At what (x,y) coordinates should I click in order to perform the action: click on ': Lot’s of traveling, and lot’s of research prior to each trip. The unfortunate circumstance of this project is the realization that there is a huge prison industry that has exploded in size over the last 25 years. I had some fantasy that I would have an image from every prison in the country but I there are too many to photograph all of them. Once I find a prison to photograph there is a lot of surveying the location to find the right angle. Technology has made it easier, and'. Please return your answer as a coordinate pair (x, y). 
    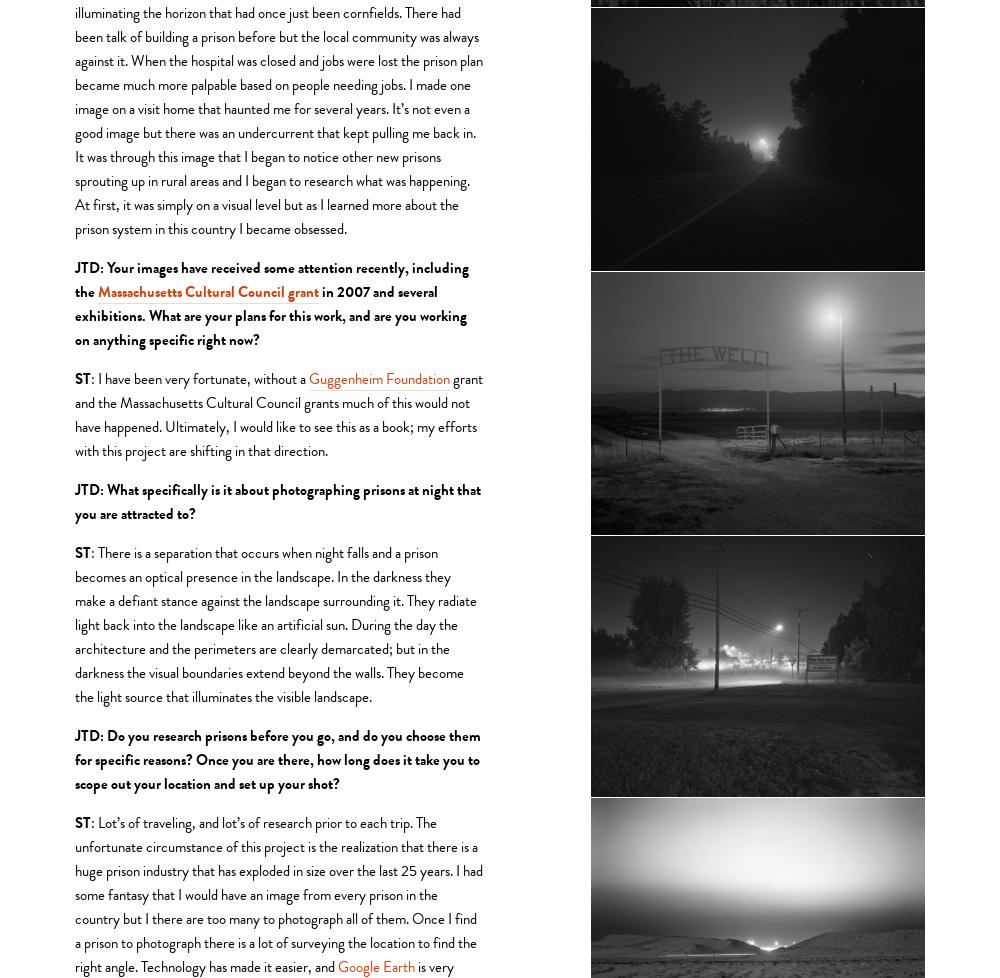
    Looking at the image, I should click on (280, 892).